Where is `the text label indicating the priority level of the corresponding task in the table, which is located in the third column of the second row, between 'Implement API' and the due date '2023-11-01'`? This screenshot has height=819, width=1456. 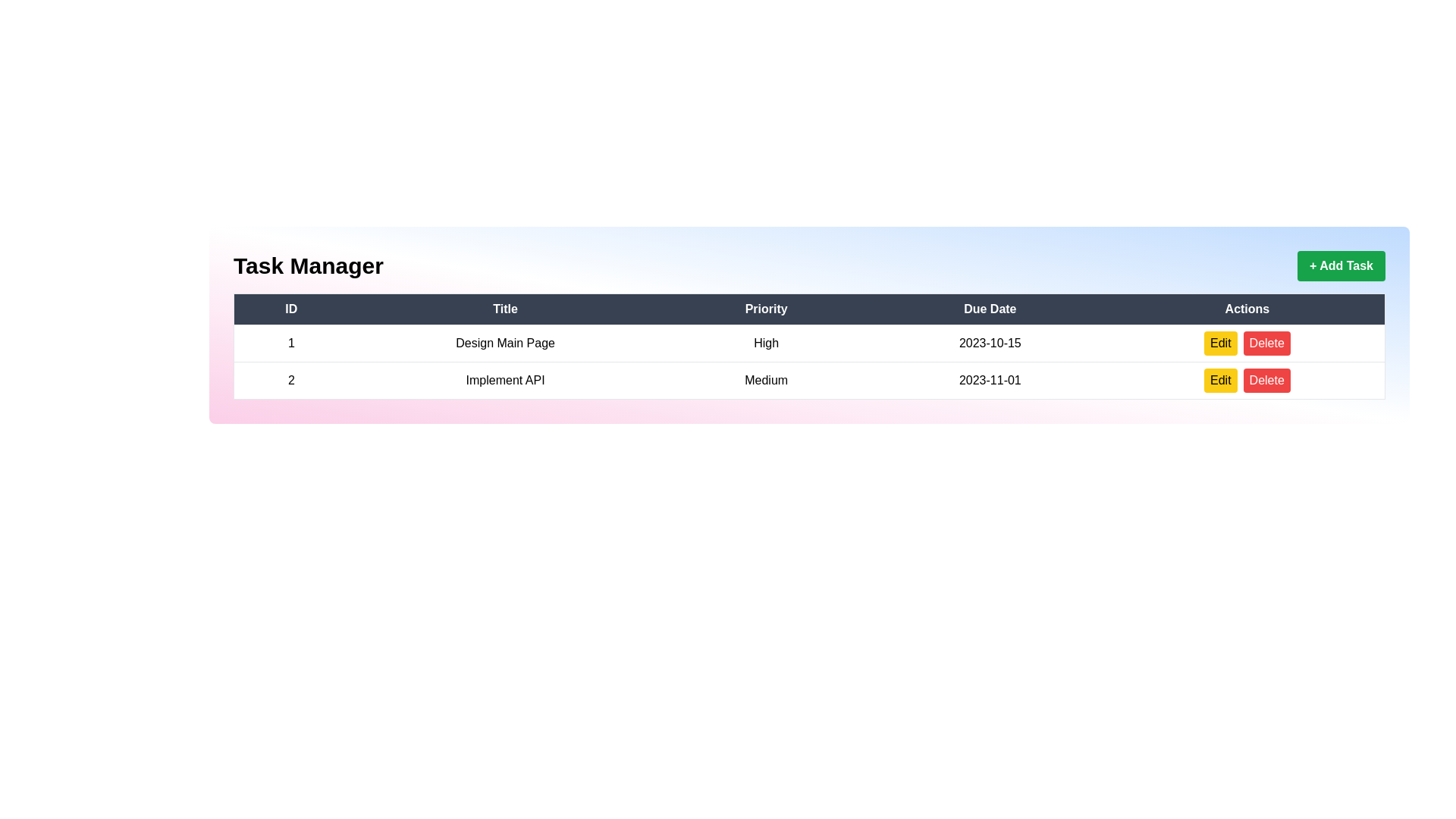
the text label indicating the priority level of the corresponding task in the table, which is located in the third column of the second row, between 'Implement API' and the due date '2023-11-01' is located at coordinates (766, 379).